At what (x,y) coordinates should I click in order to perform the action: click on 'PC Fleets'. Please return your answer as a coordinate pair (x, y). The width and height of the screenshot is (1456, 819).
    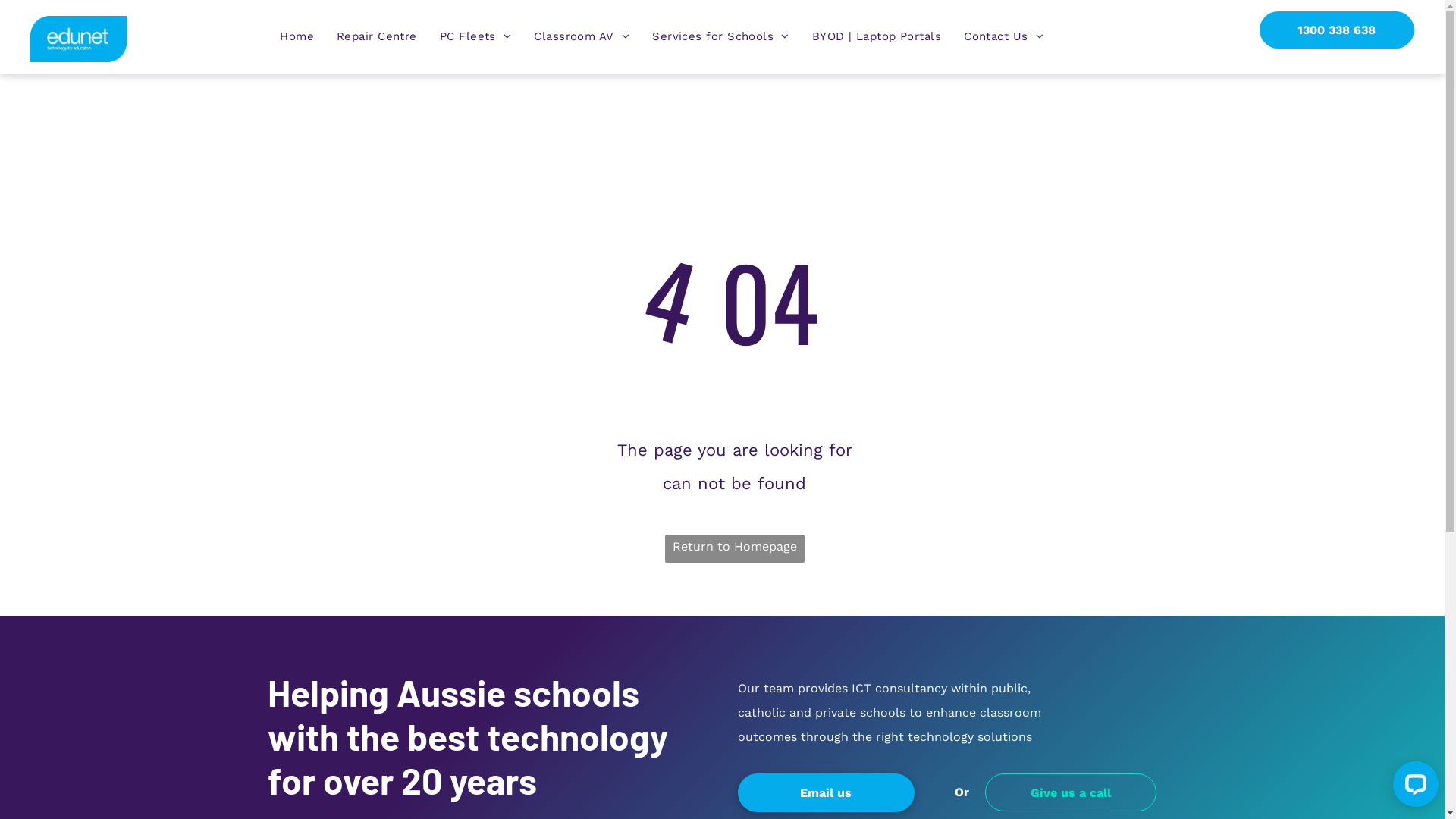
    Looking at the image, I should click on (475, 35).